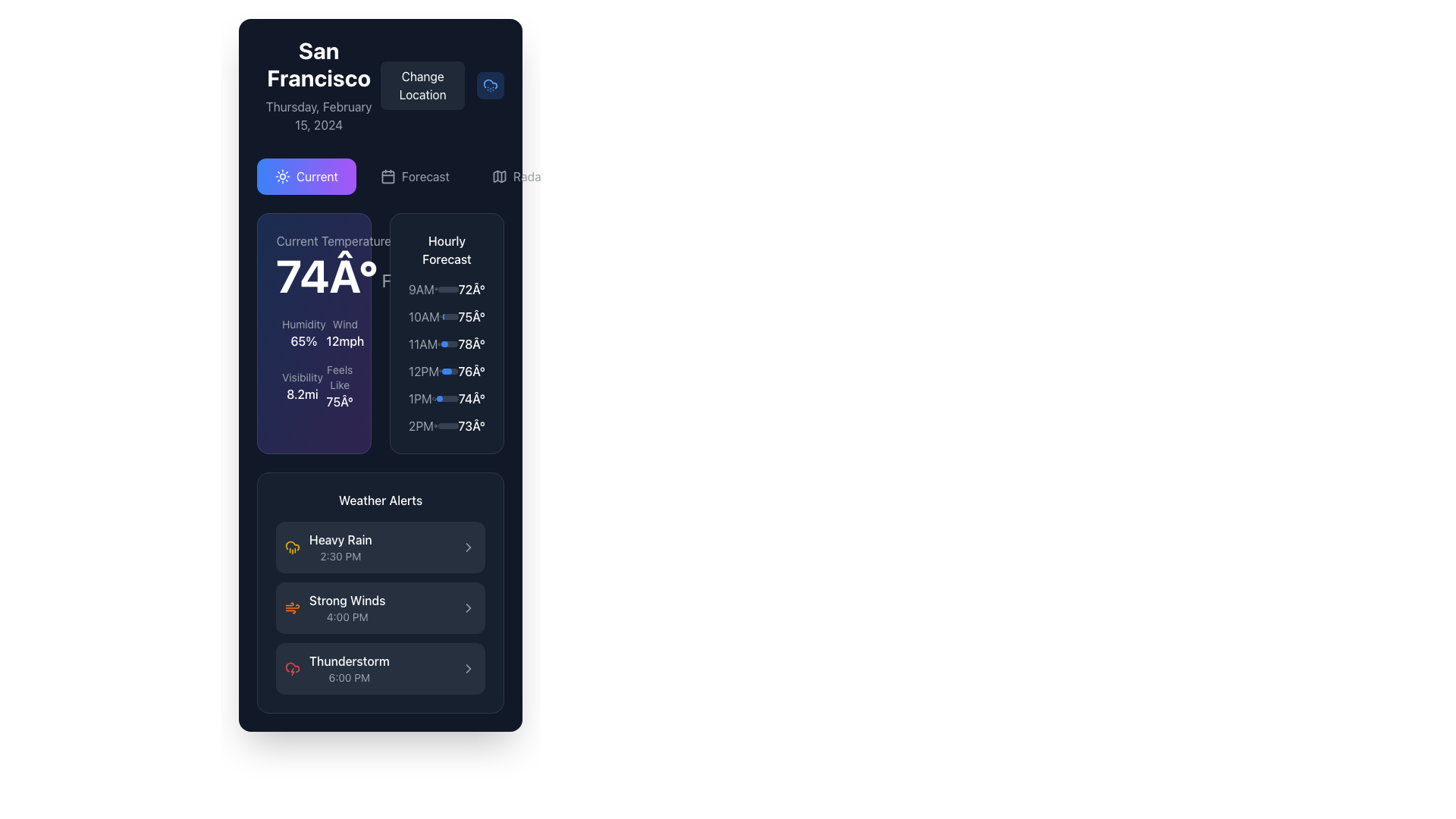  I want to click on on the temperature display element showing '74°' in a bold white font within the current temperature section of the weather application interface, so click(326, 275).